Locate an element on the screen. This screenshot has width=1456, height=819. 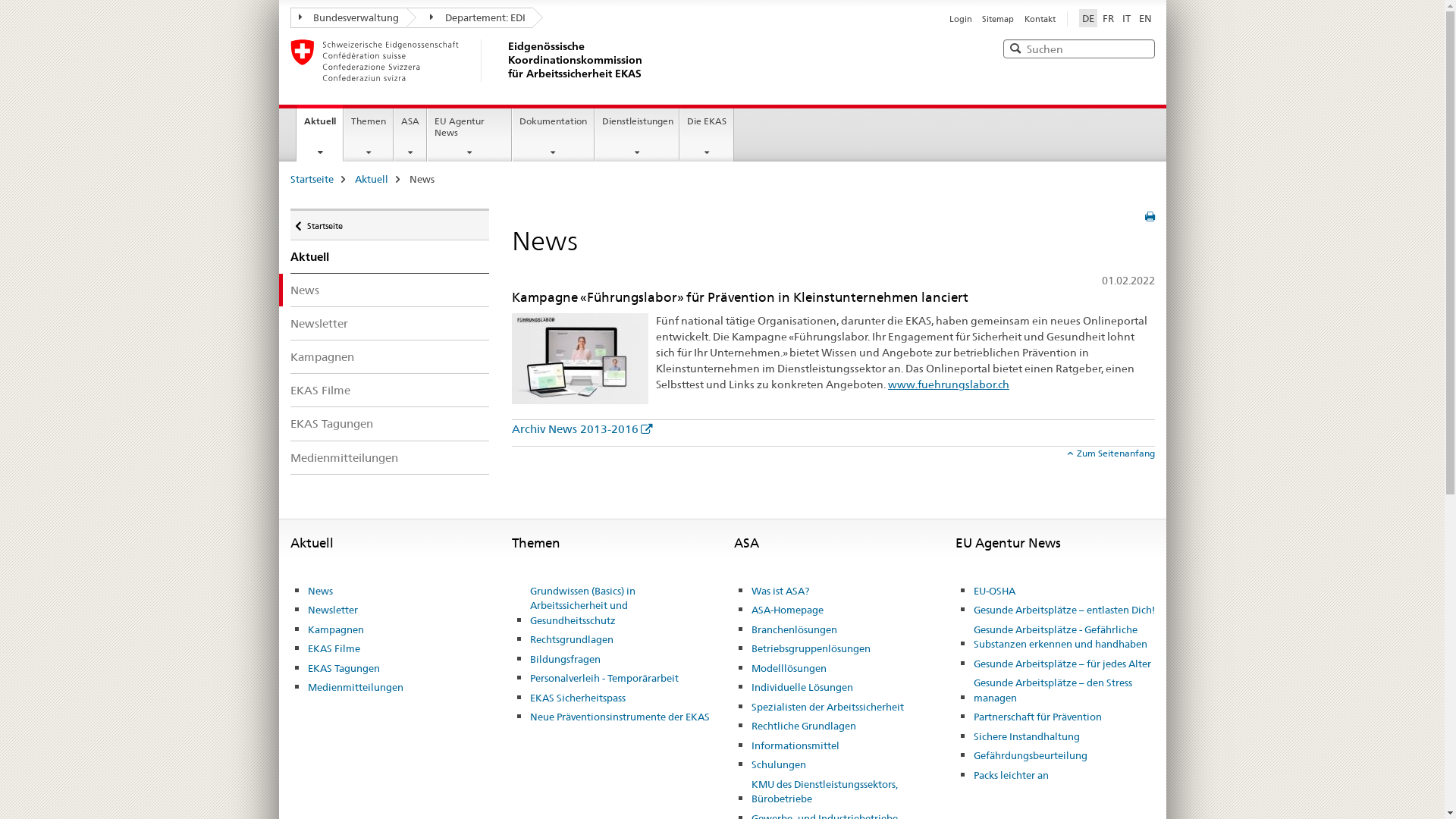
'Die EKAS' is located at coordinates (705, 133).